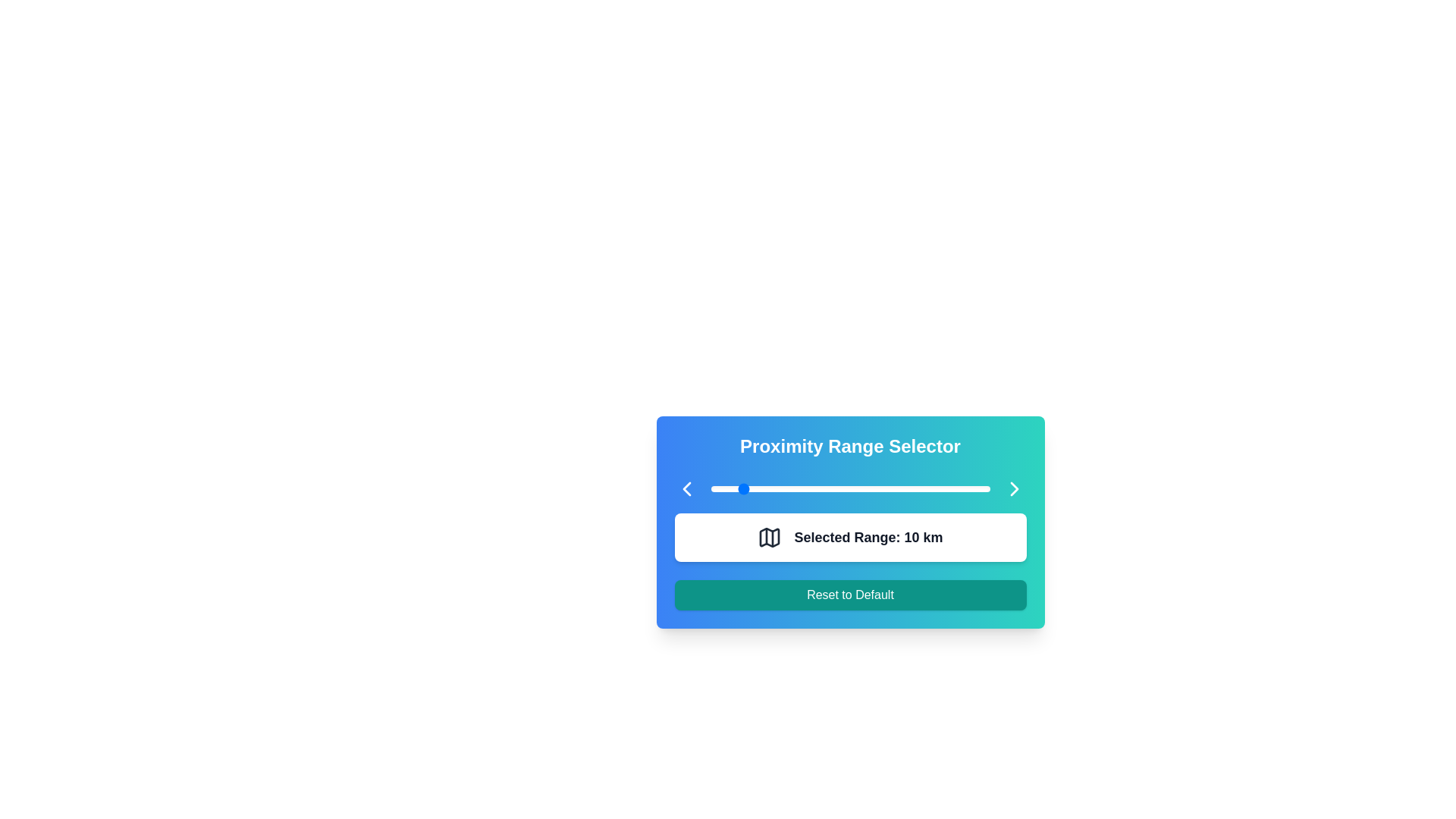 This screenshot has width=1456, height=819. What do you see at coordinates (821, 488) in the screenshot?
I see `the proximity range` at bounding box center [821, 488].